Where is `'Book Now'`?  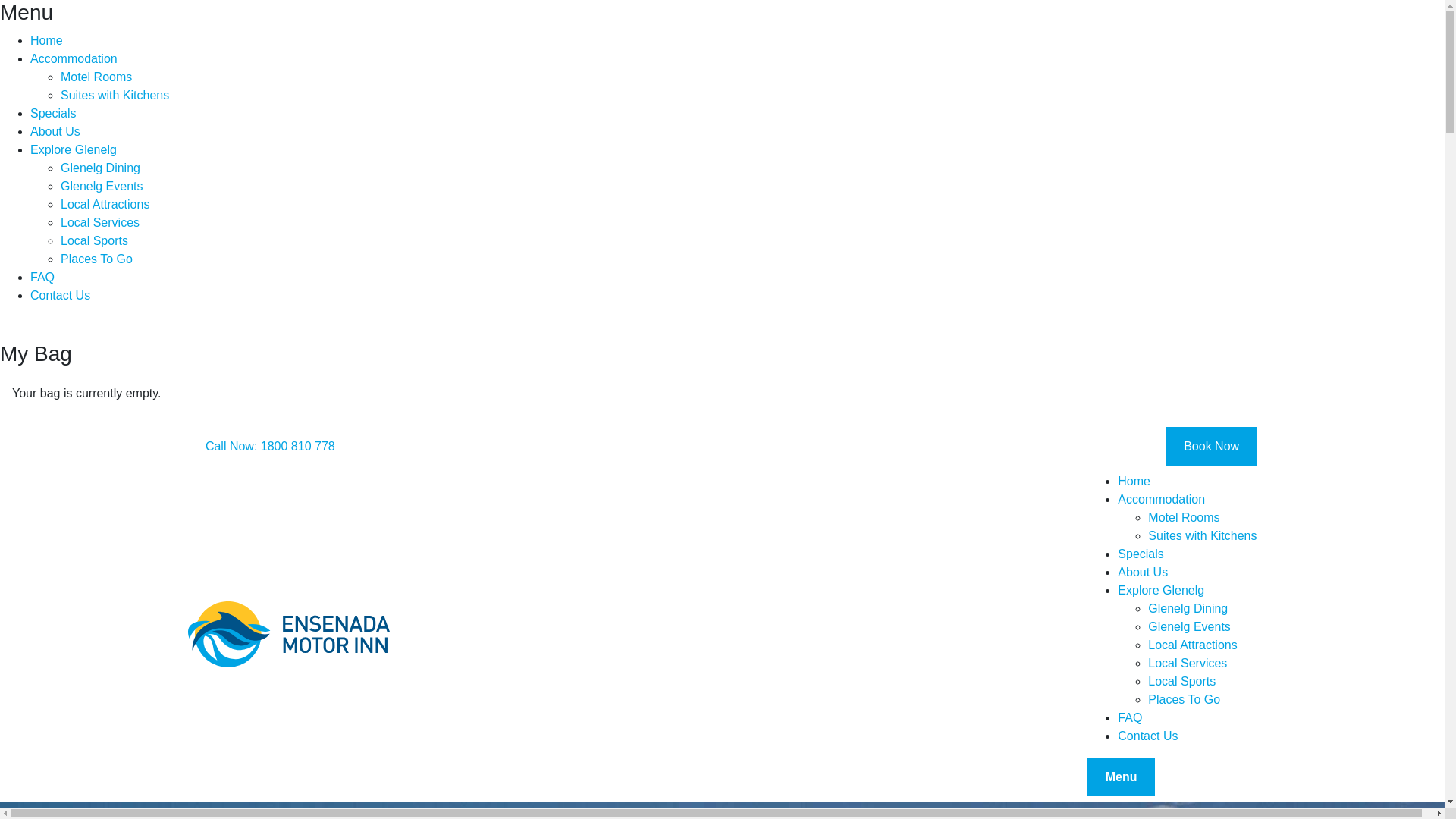 'Book Now' is located at coordinates (1211, 446).